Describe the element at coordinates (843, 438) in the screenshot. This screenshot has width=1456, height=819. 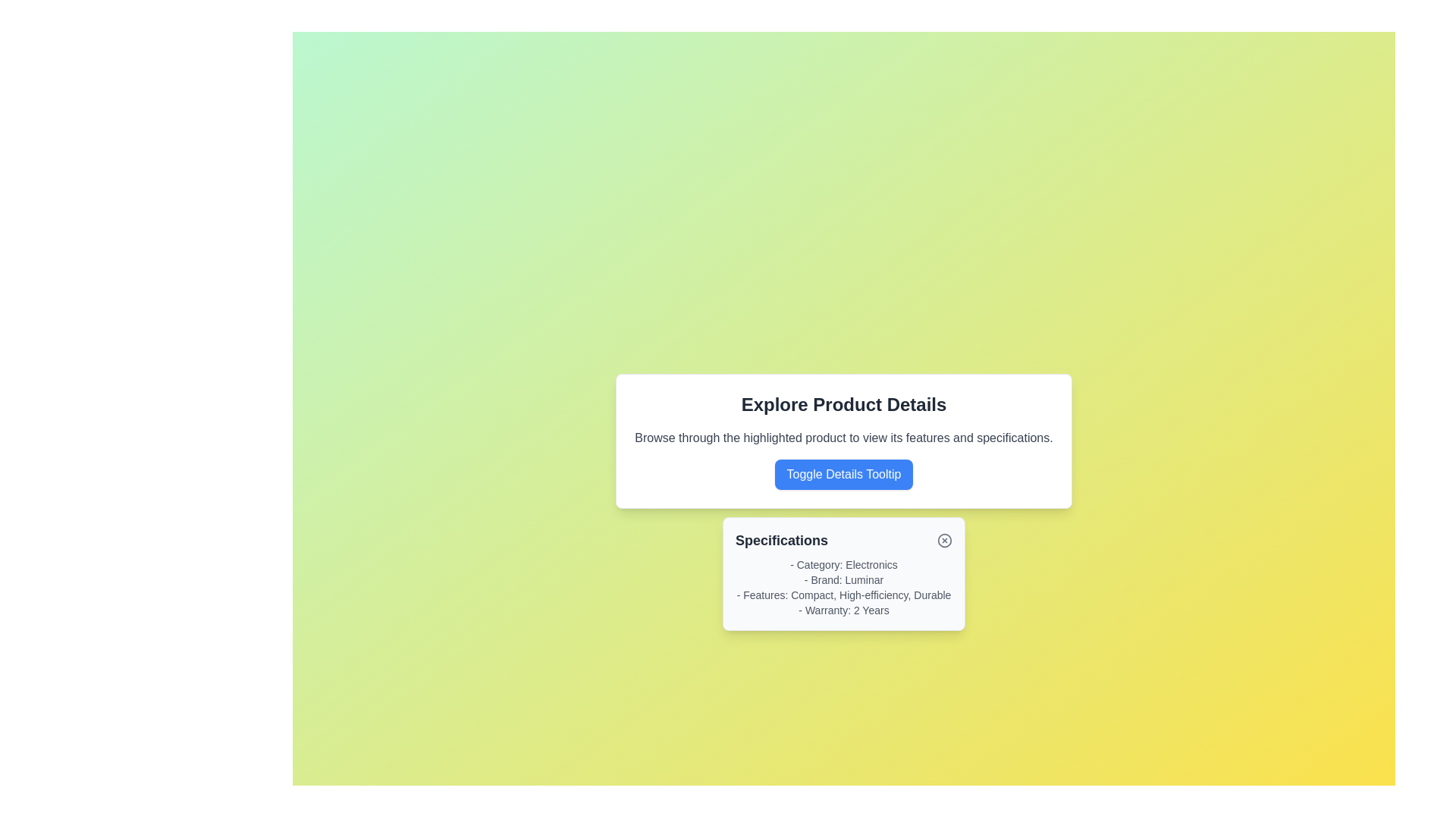
I see `the Informational Text displaying 'Browse through the highlighted product` at that location.